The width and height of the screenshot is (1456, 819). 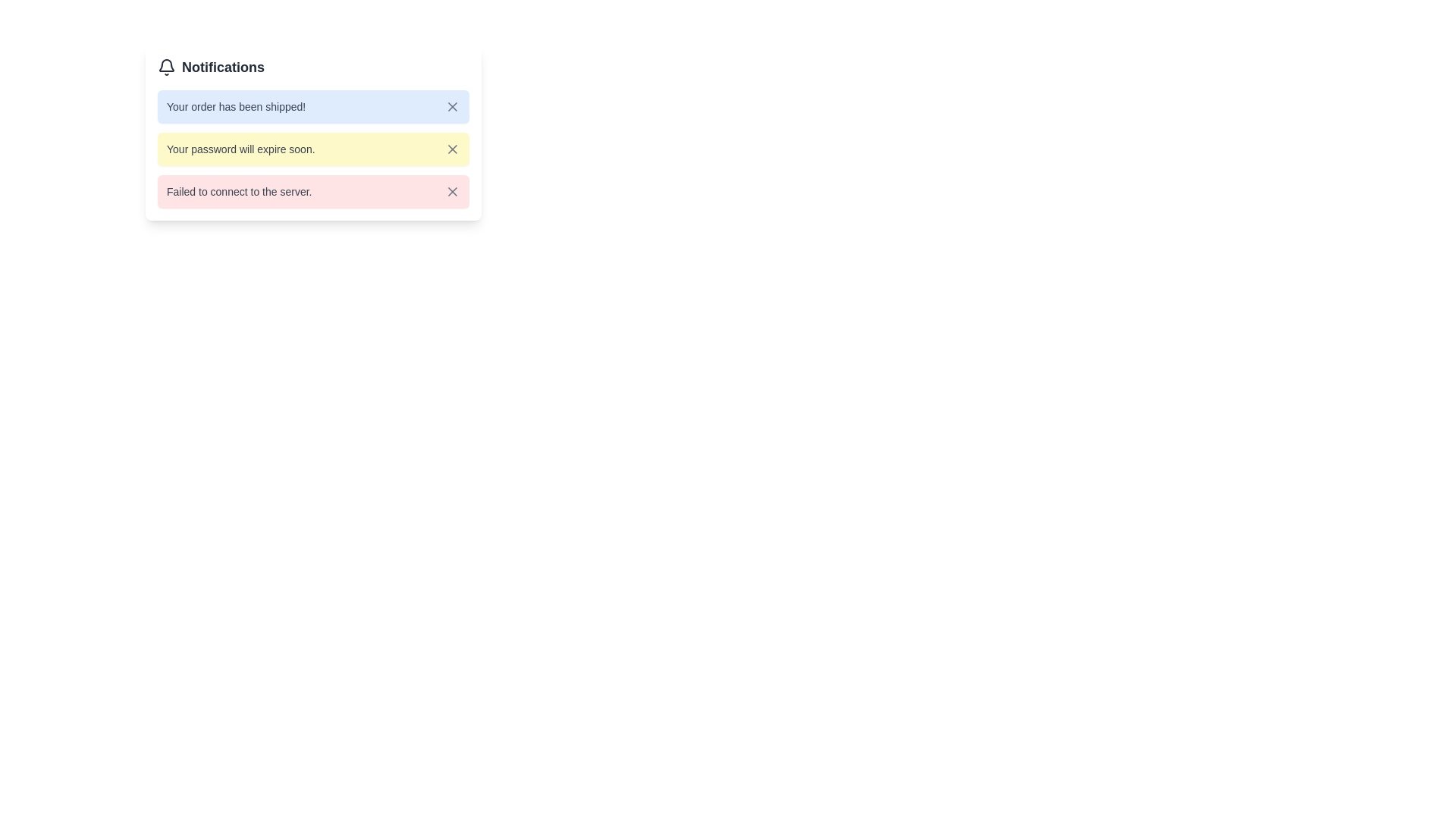 What do you see at coordinates (451, 149) in the screenshot?
I see `the close button located in the top-right corner of the yellow notification card that says 'Your password will expire soon.'` at bounding box center [451, 149].